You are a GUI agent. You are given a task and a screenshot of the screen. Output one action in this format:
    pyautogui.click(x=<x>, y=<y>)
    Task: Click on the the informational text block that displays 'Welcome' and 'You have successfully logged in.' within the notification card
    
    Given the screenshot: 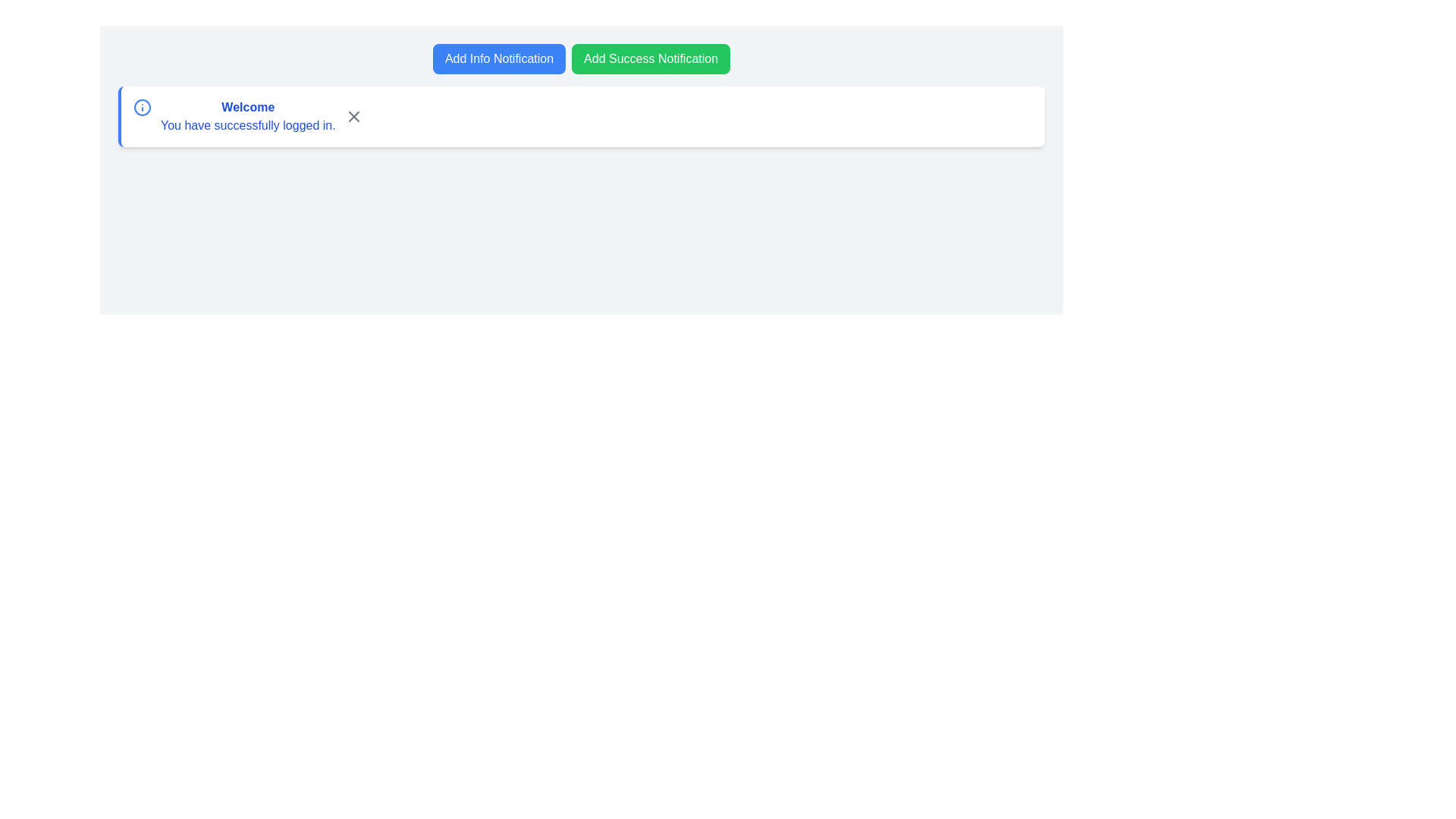 What is the action you would take?
    pyautogui.click(x=248, y=116)
    